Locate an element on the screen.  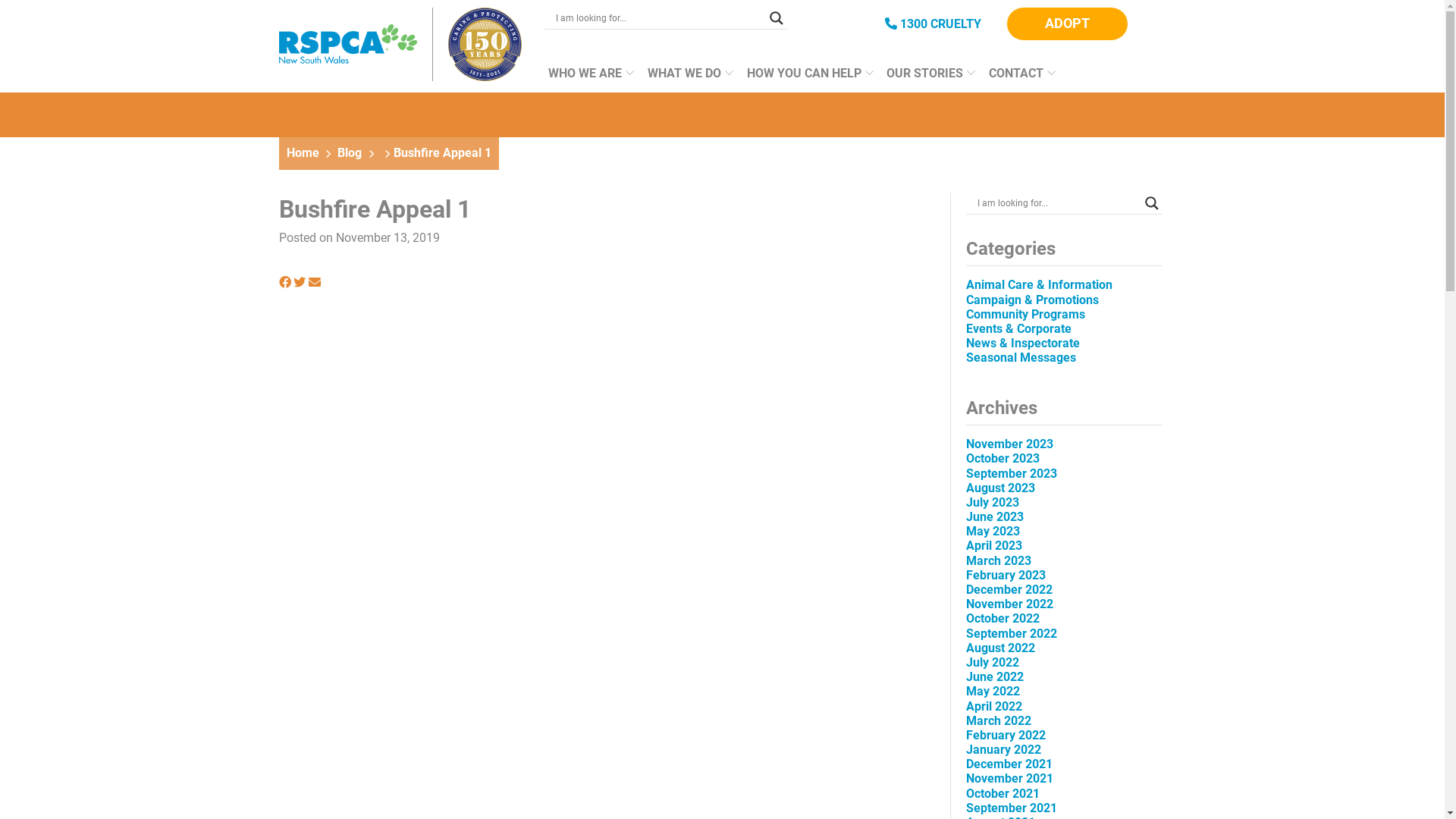
'August 2022' is located at coordinates (1000, 648).